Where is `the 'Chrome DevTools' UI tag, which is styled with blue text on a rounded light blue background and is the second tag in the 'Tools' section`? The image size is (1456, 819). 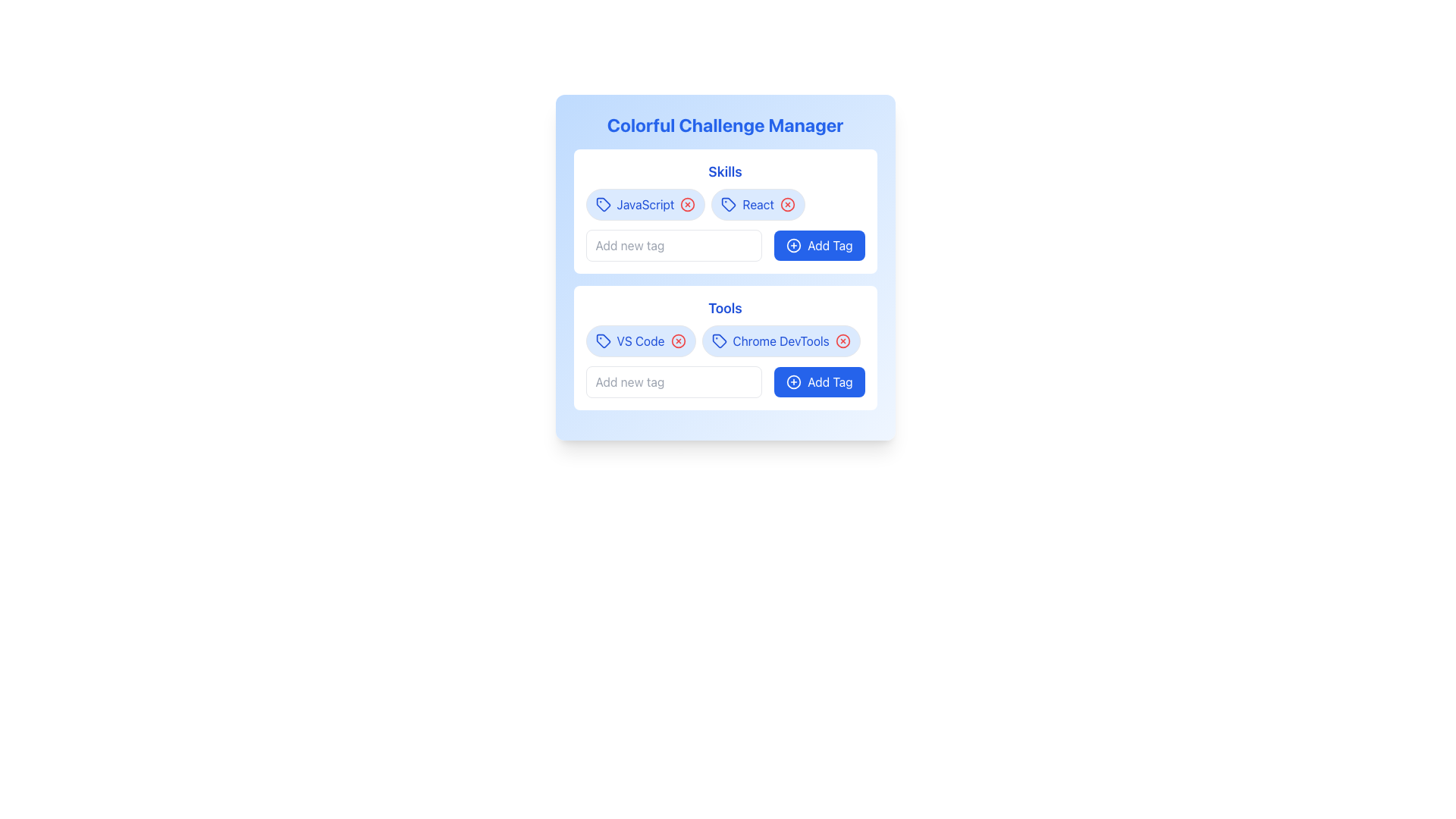
the 'Chrome DevTools' UI tag, which is styled with blue text on a rounded light blue background and is the second tag in the 'Tools' section is located at coordinates (781, 341).